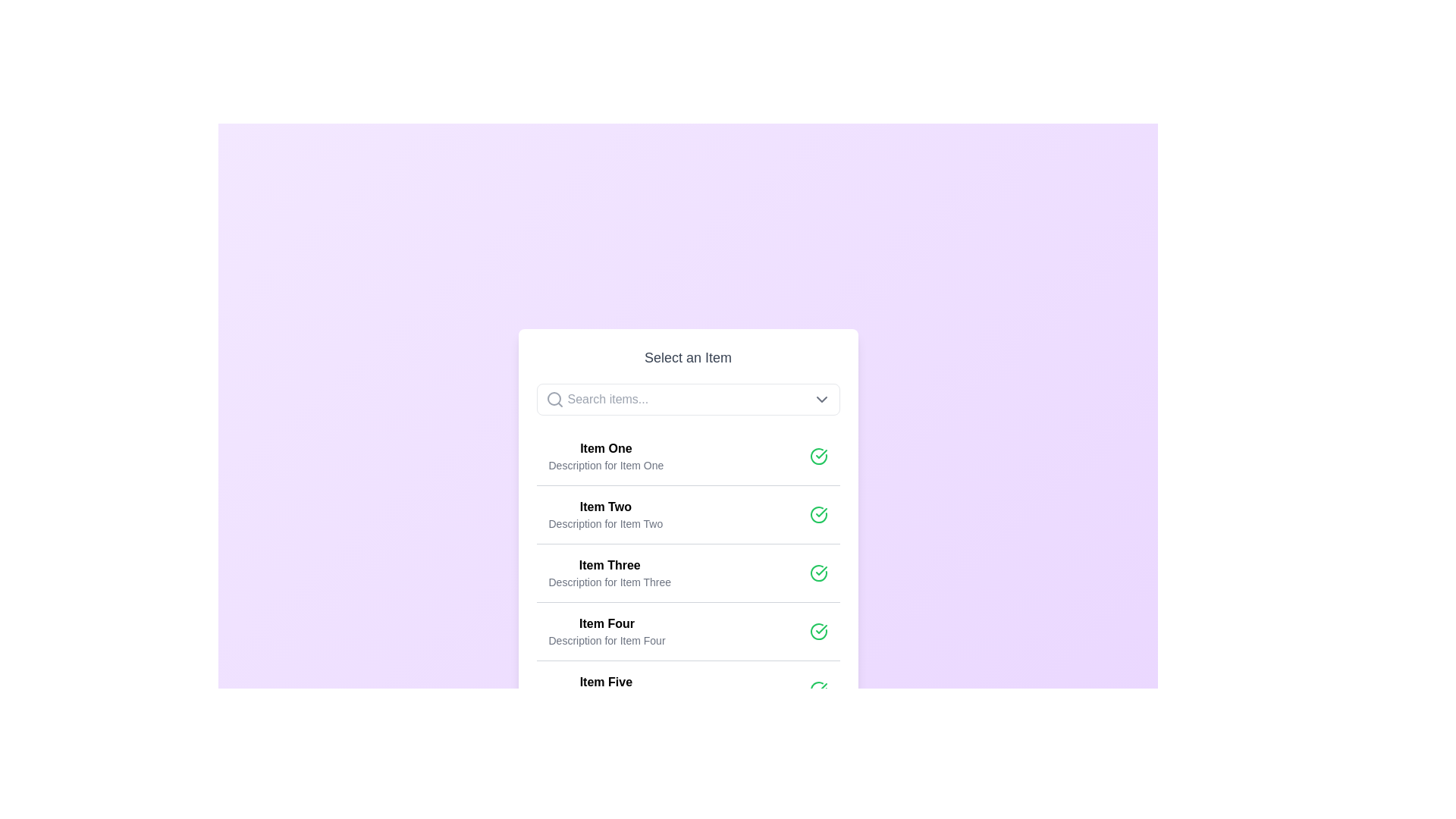  Describe the element at coordinates (817, 573) in the screenshot. I see `the state of the circular icon with a green outline and a checkmark located in the right section of the list row containing 'Item Three' and its description` at that location.